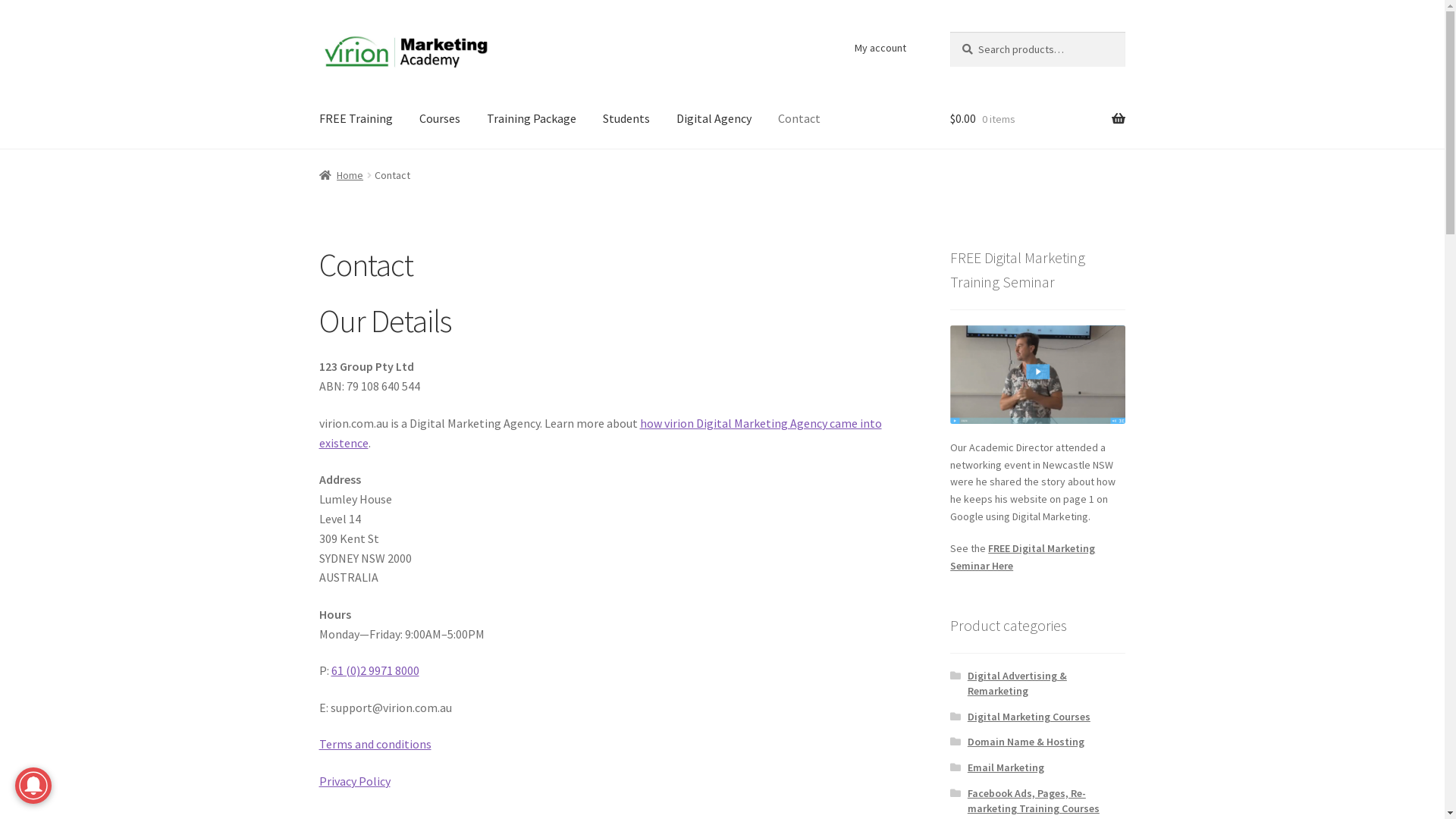  I want to click on 'Training Package', so click(531, 118).